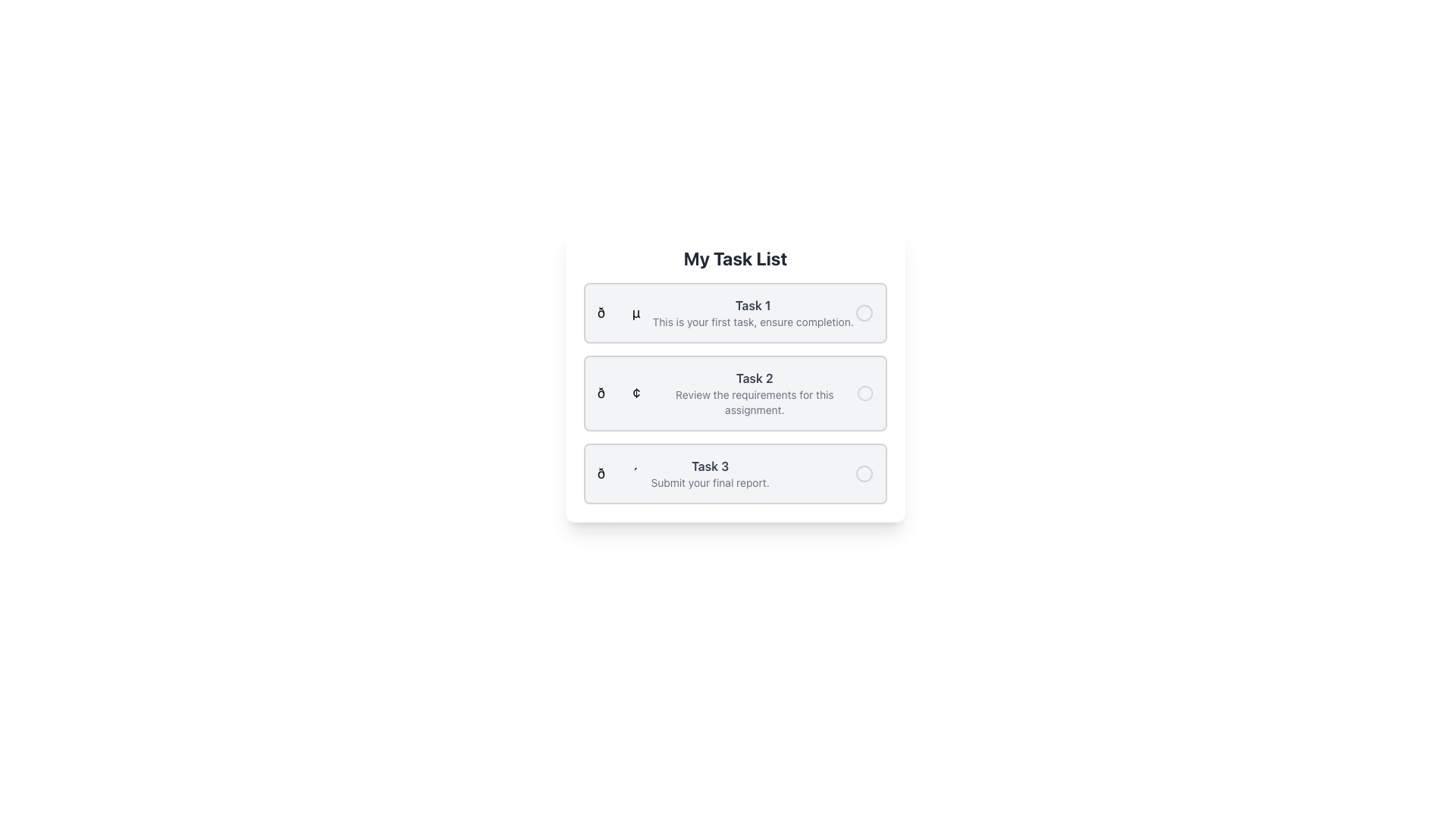 The width and height of the screenshot is (1456, 819). What do you see at coordinates (864, 312) in the screenshot?
I see `the decorative or informational SVG circle icon located at the far-right of the 'Task 1' row` at bounding box center [864, 312].